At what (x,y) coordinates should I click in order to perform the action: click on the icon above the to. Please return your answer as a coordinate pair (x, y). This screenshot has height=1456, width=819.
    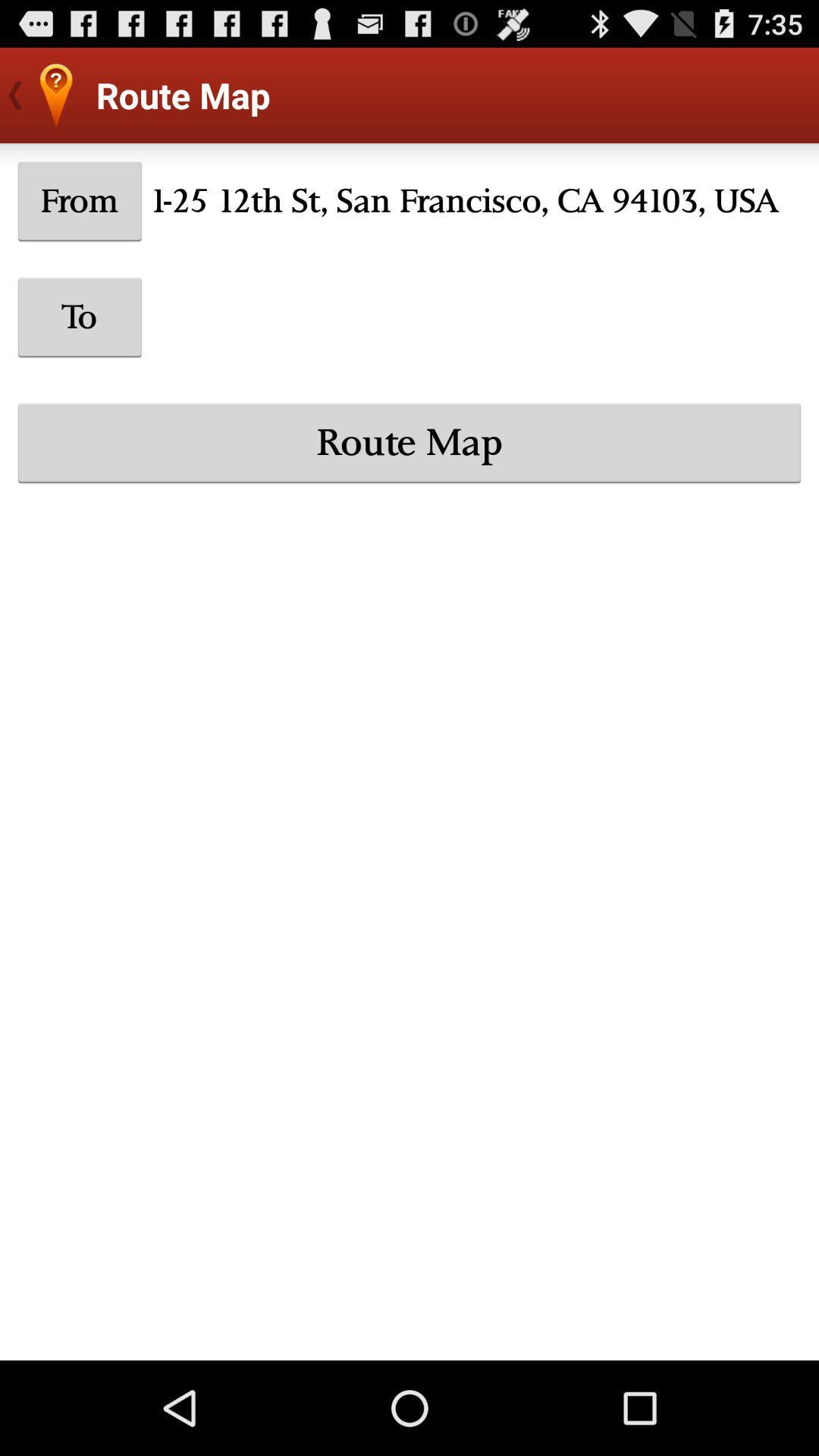
    Looking at the image, I should click on (80, 200).